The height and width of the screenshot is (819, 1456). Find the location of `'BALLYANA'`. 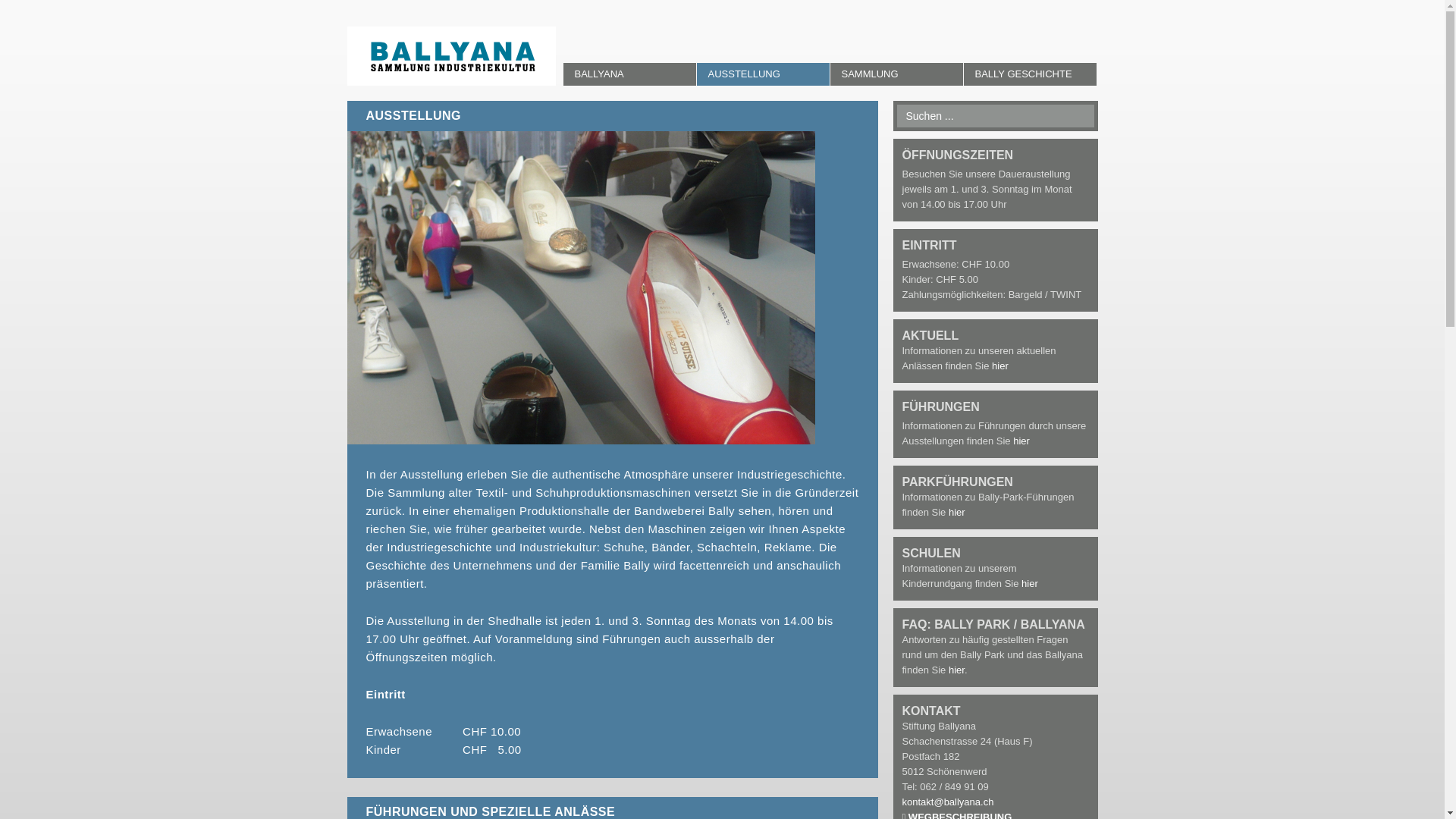

'BALLYANA' is located at coordinates (629, 74).